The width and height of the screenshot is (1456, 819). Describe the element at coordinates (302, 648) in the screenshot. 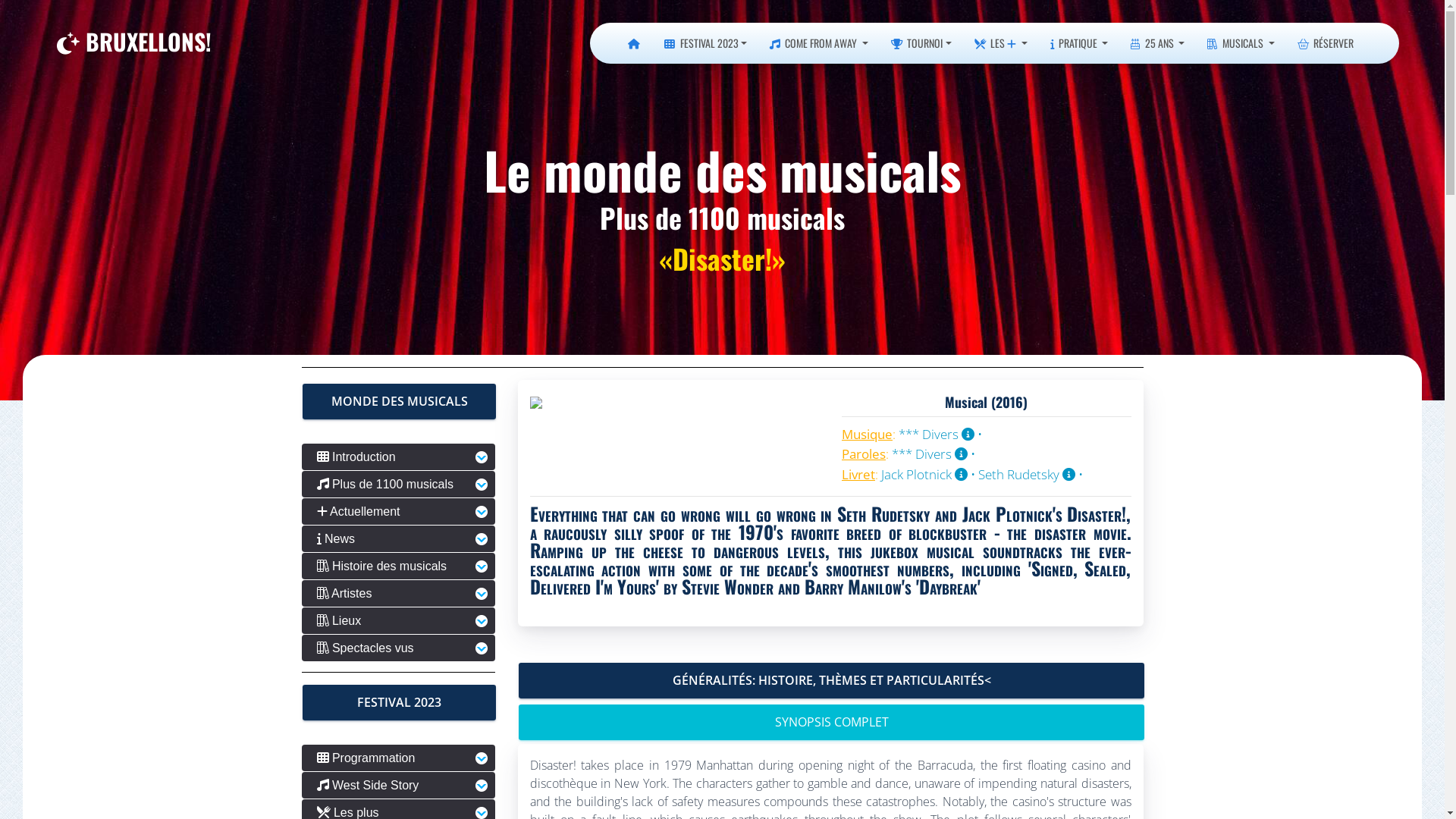

I see `'Spectacles vus'` at that location.